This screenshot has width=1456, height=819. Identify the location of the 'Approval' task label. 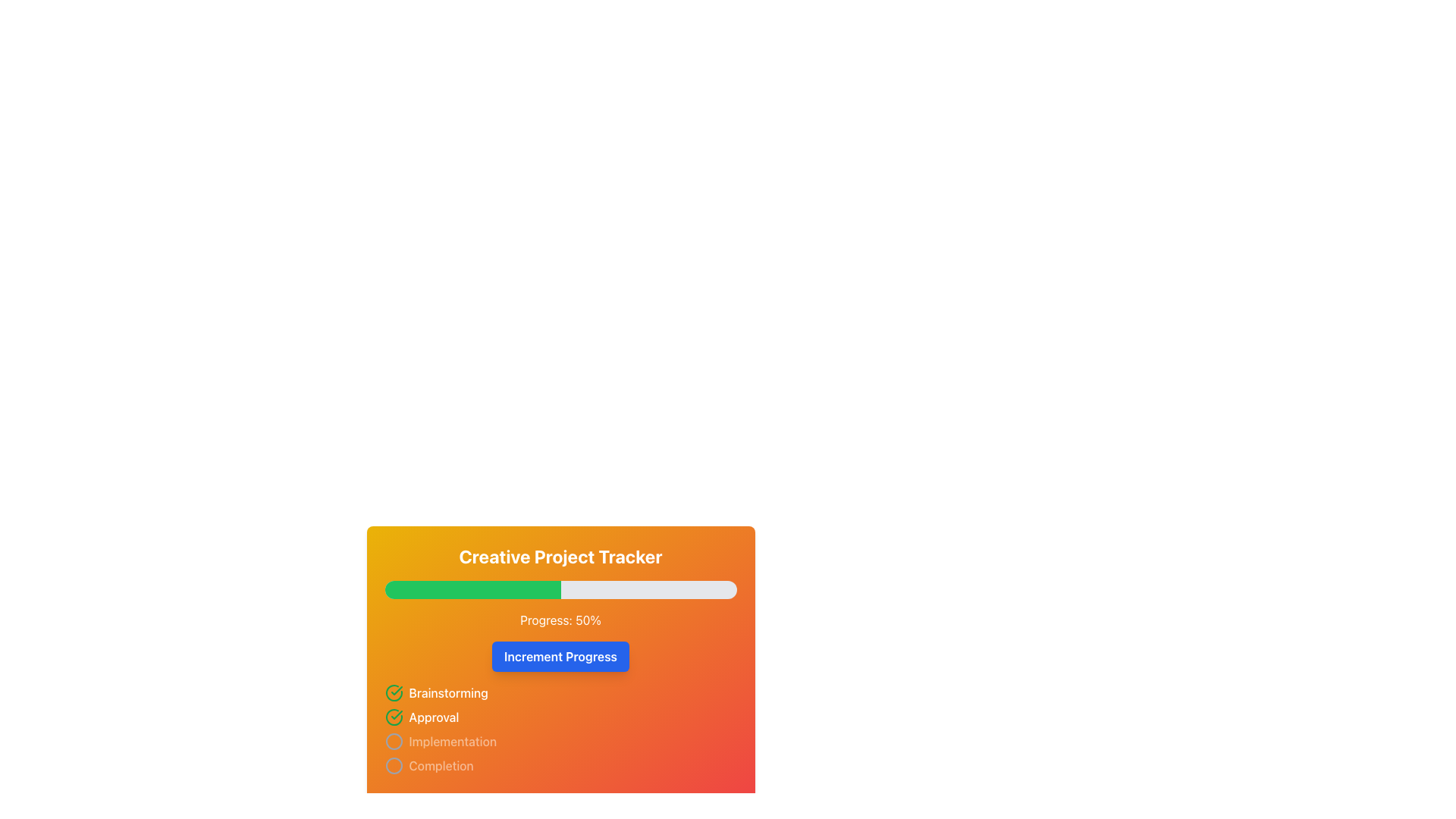
(433, 717).